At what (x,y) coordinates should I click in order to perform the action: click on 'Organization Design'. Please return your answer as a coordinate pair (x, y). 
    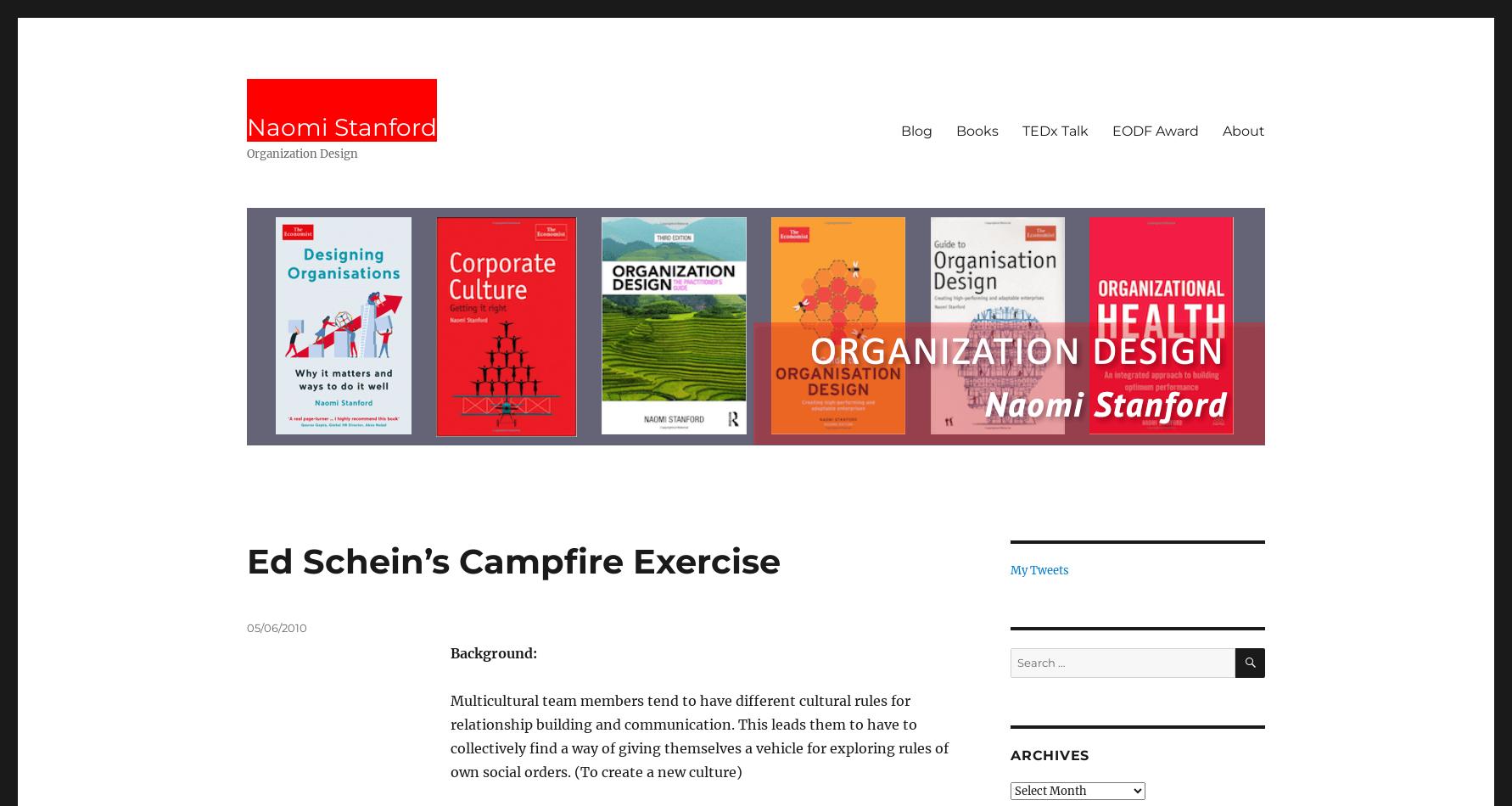
    Looking at the image, I should click on (301, 154).